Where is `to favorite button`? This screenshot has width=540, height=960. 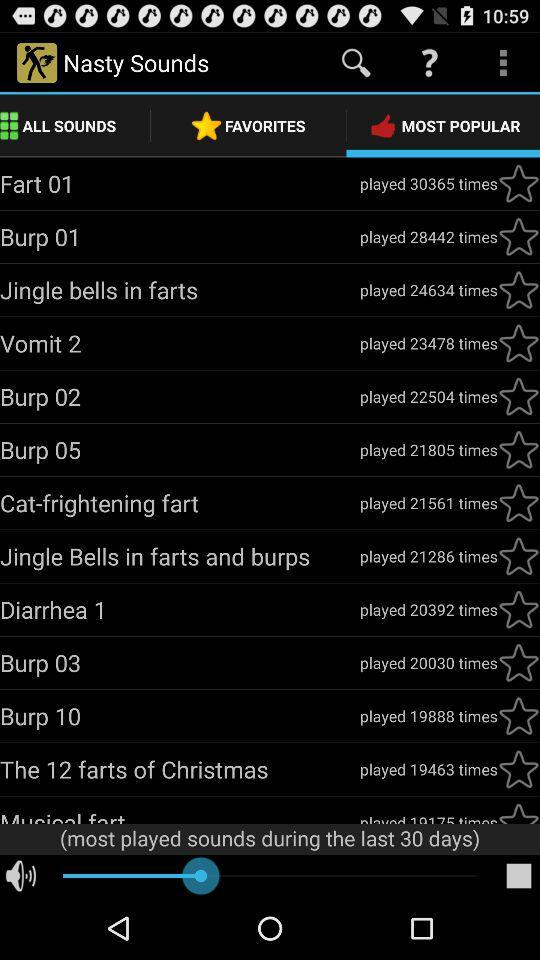
to favorite button is located at coordinates (518, 450).